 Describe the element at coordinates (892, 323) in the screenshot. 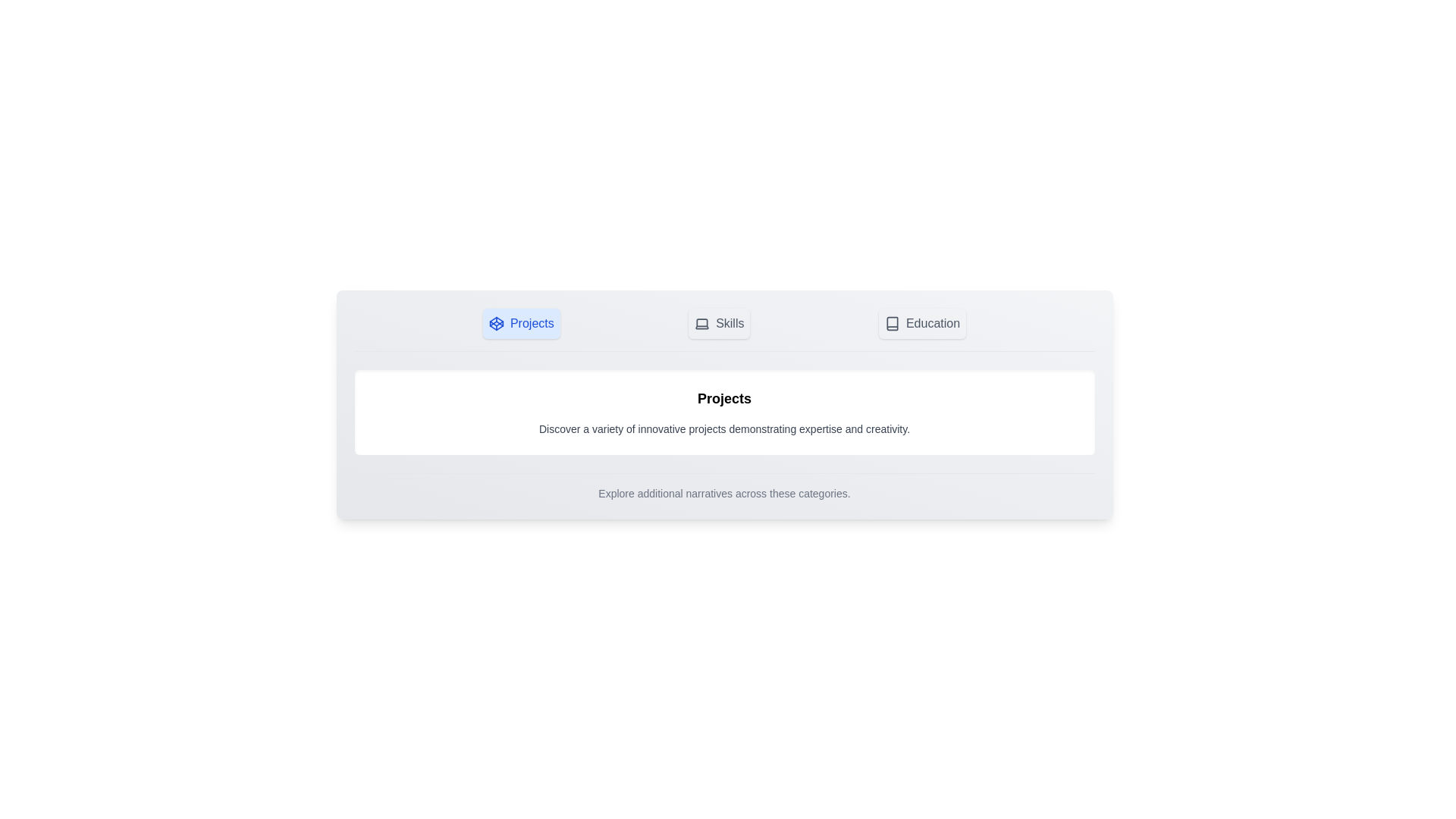

I see `the 'Education' button by clicking on the book icon to navigate or trigger an action` at that location.